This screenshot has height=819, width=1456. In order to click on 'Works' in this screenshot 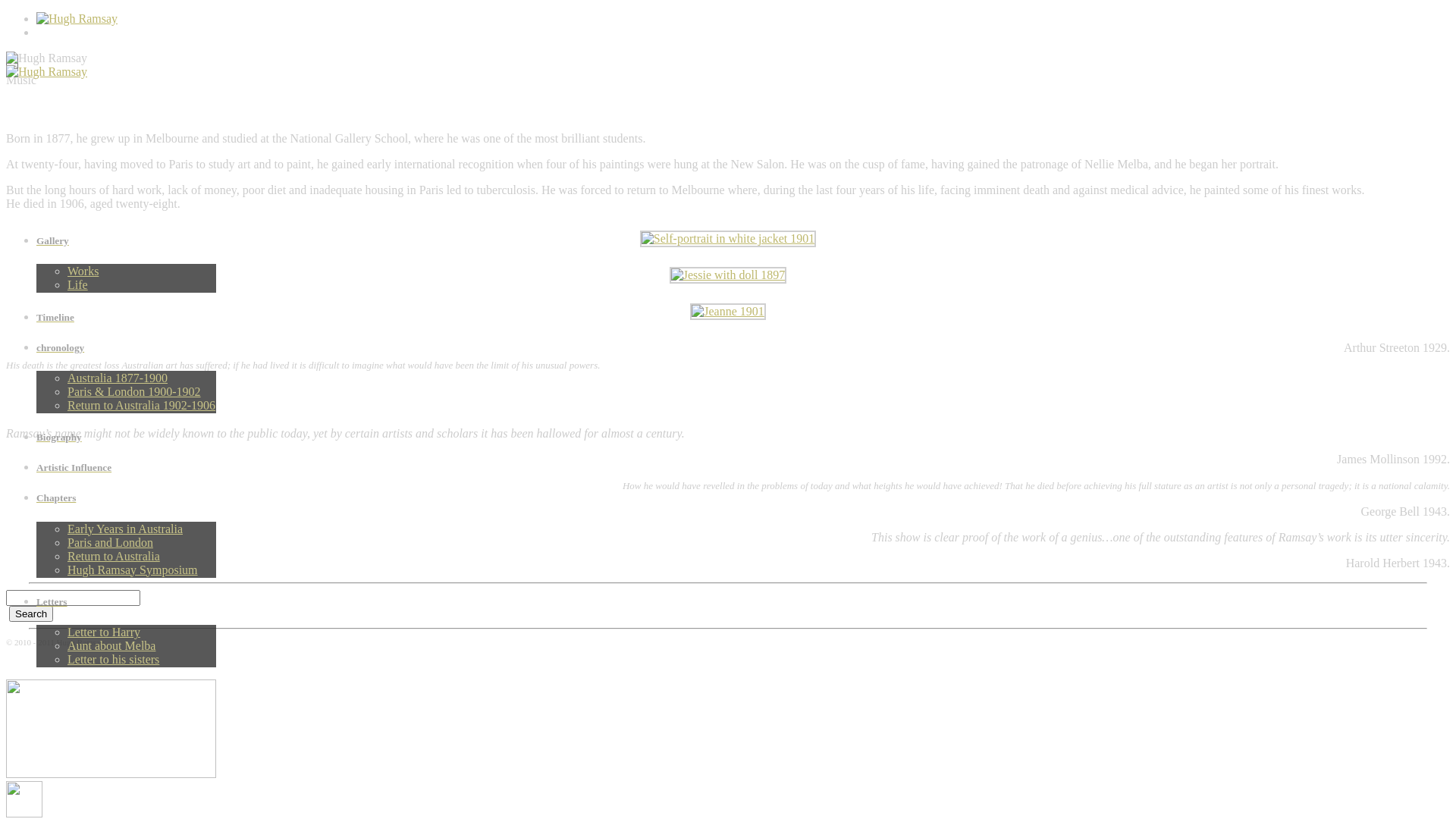, I will do `click(82, 270)`.